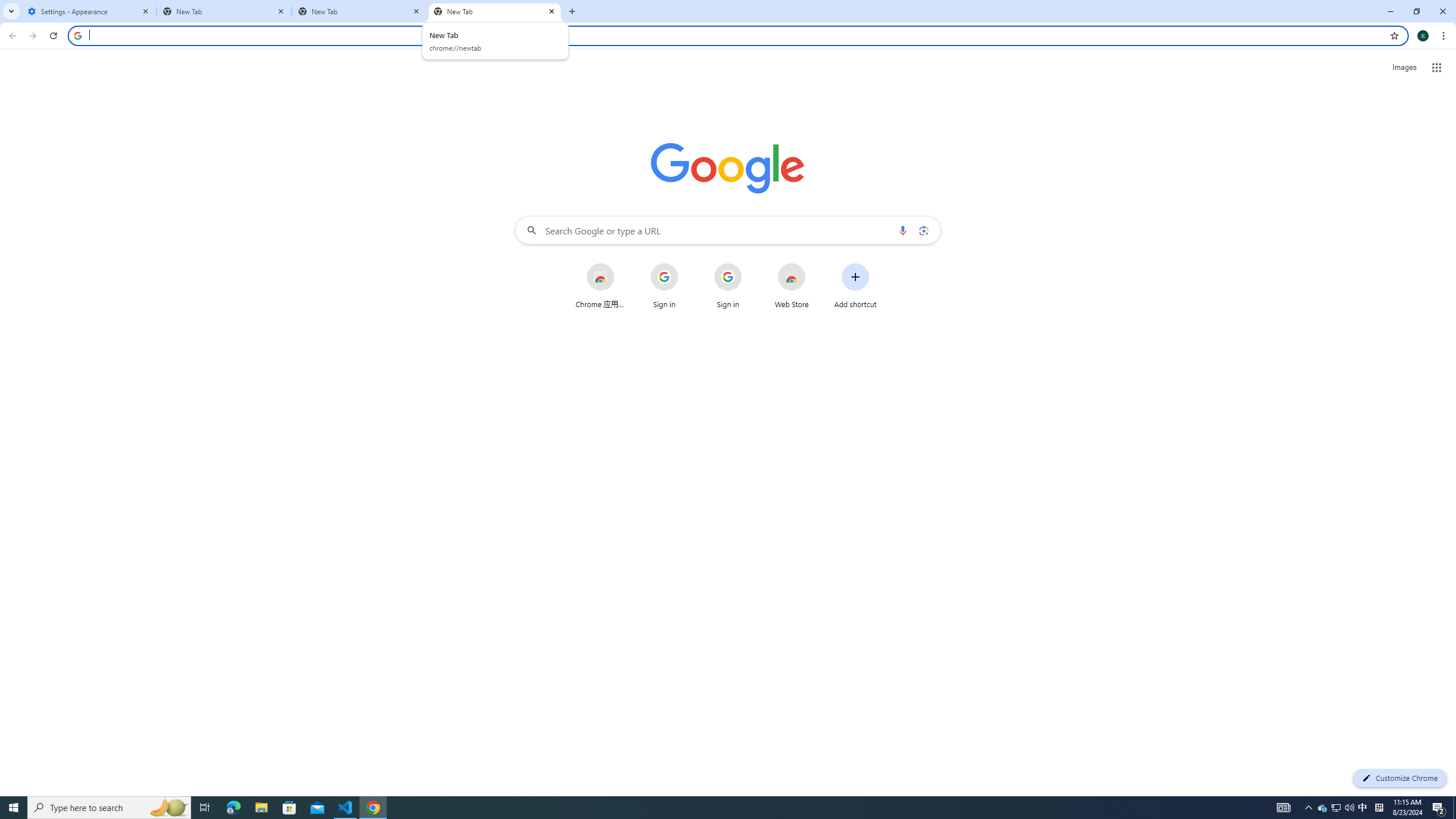 This screenshot has width=1456, height=819. Describe the element at coordinates (88, 11) in the screenshot. I see `'Settings - Appearance'` at that location.